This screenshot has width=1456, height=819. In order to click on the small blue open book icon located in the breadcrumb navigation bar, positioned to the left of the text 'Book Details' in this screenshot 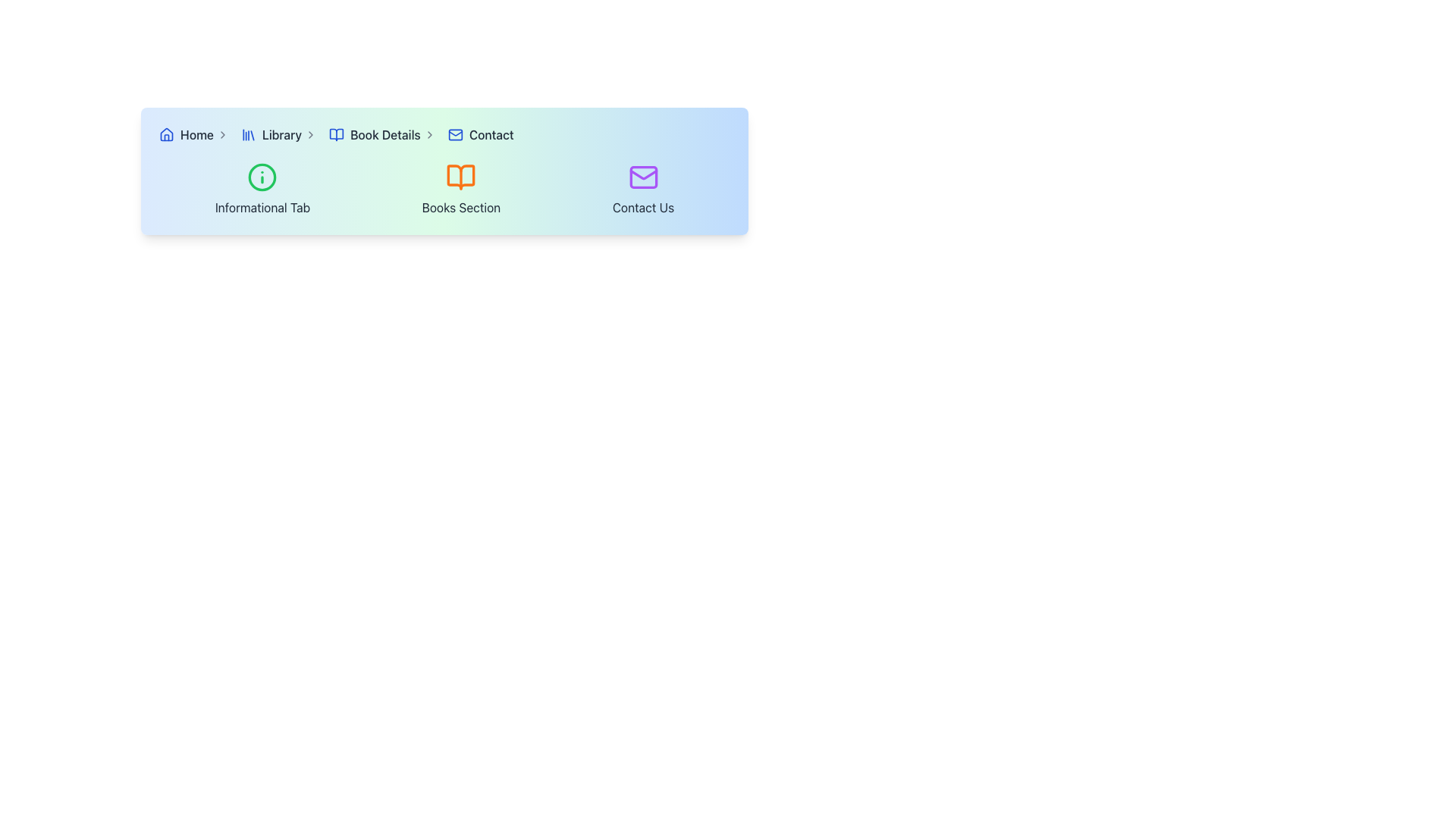, I will do `click(336, 133)`.